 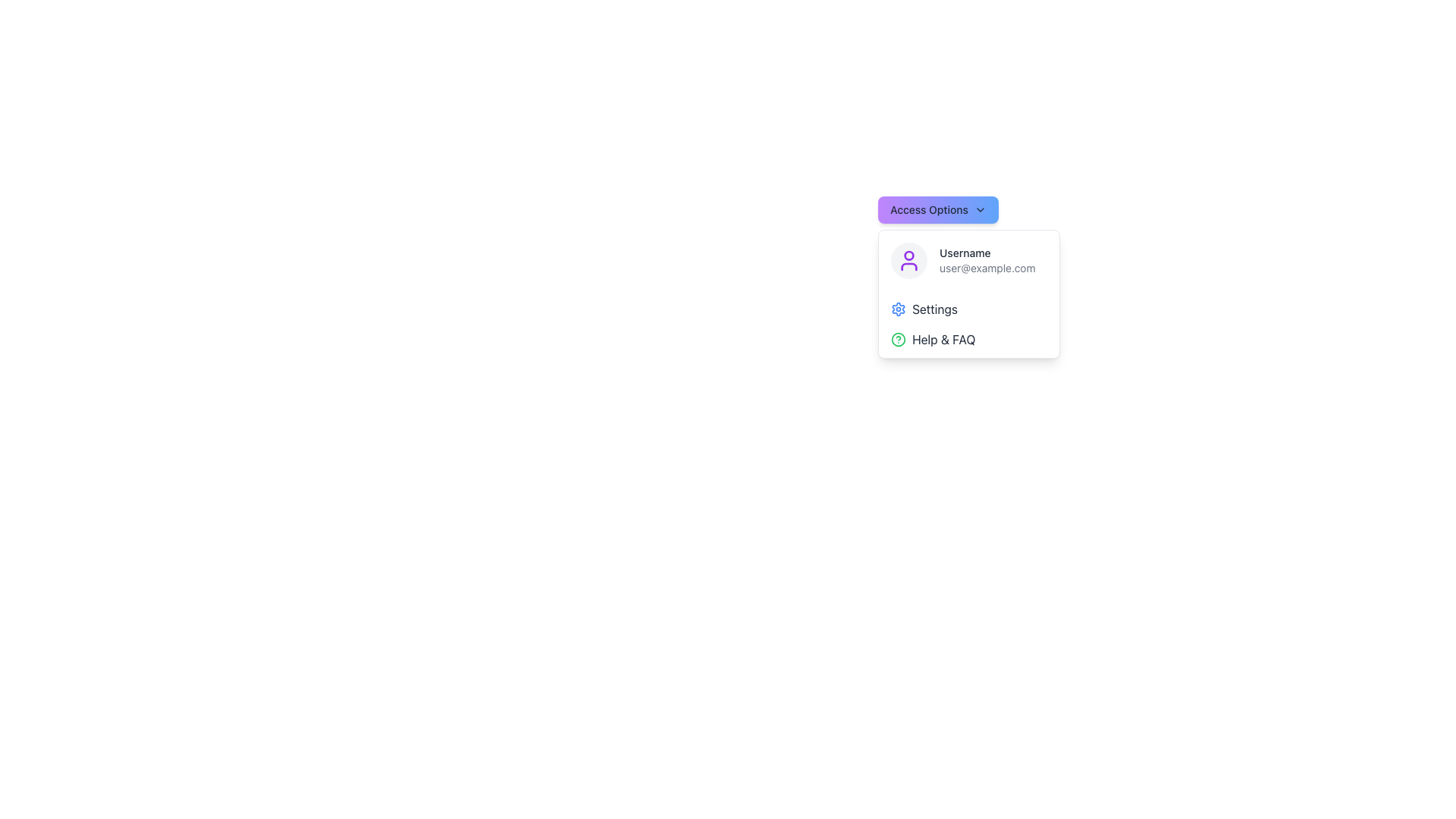 What do you see at coordinates (980, 210) in the screenshot?
I see `the dropdown menu indicator icon located at the far right end of the 'Access Options' button` at bounding box center [980, 210].